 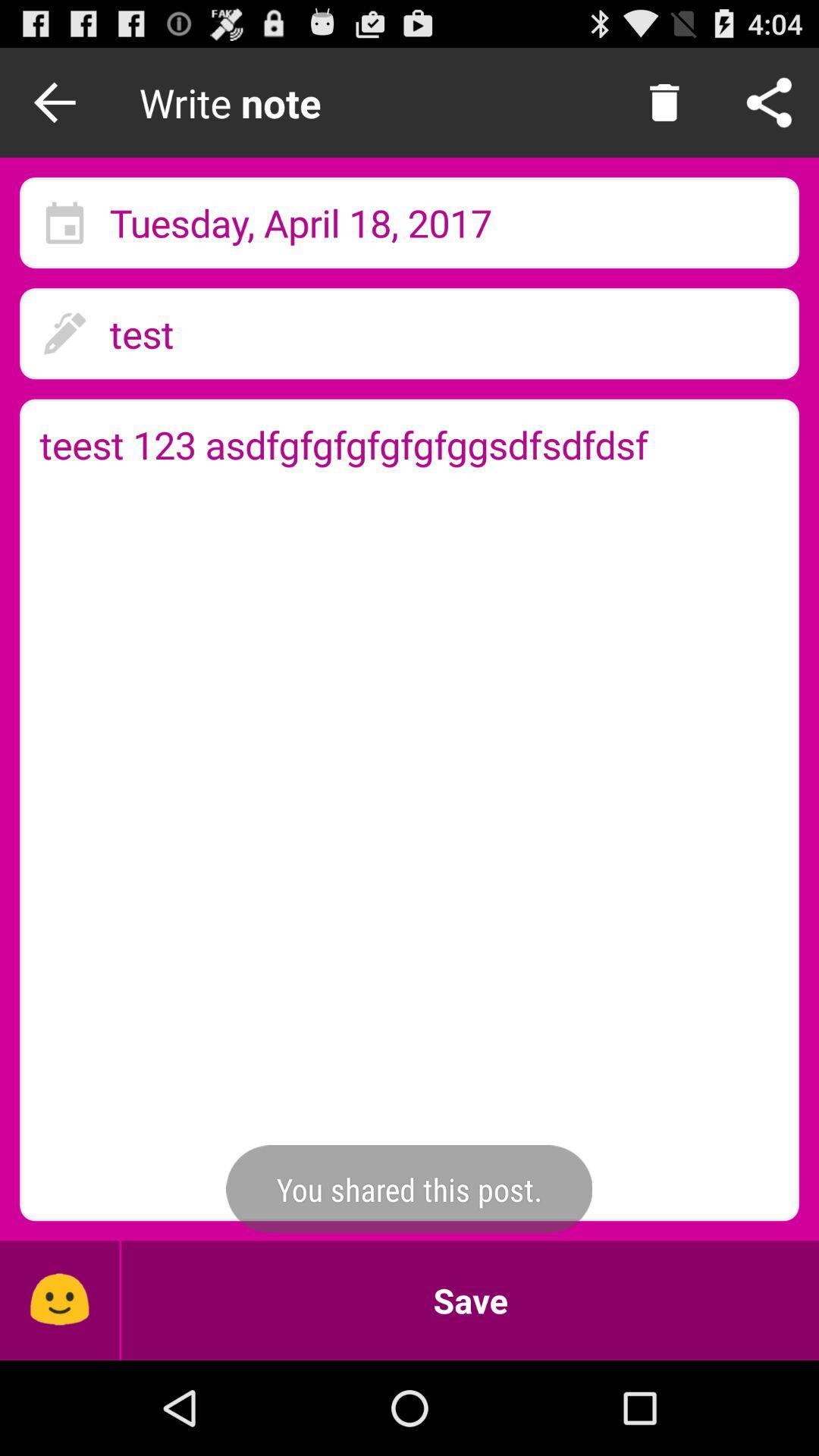 What do you see at coordinates (64, 237) in the screenshot?
I see `the date_range icon` at bounding box center [64, 237].